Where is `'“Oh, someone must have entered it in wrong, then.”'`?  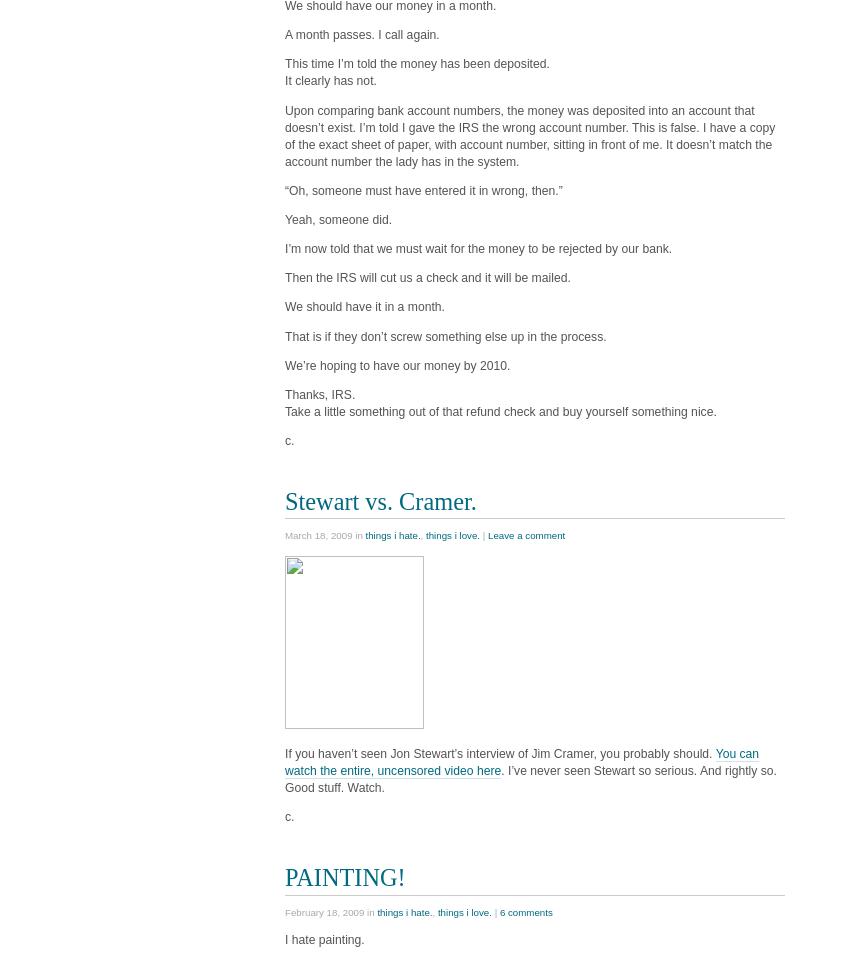
'“Oh, someone must have entered it in wrong, then.”' is located at coordinates (423, 189).